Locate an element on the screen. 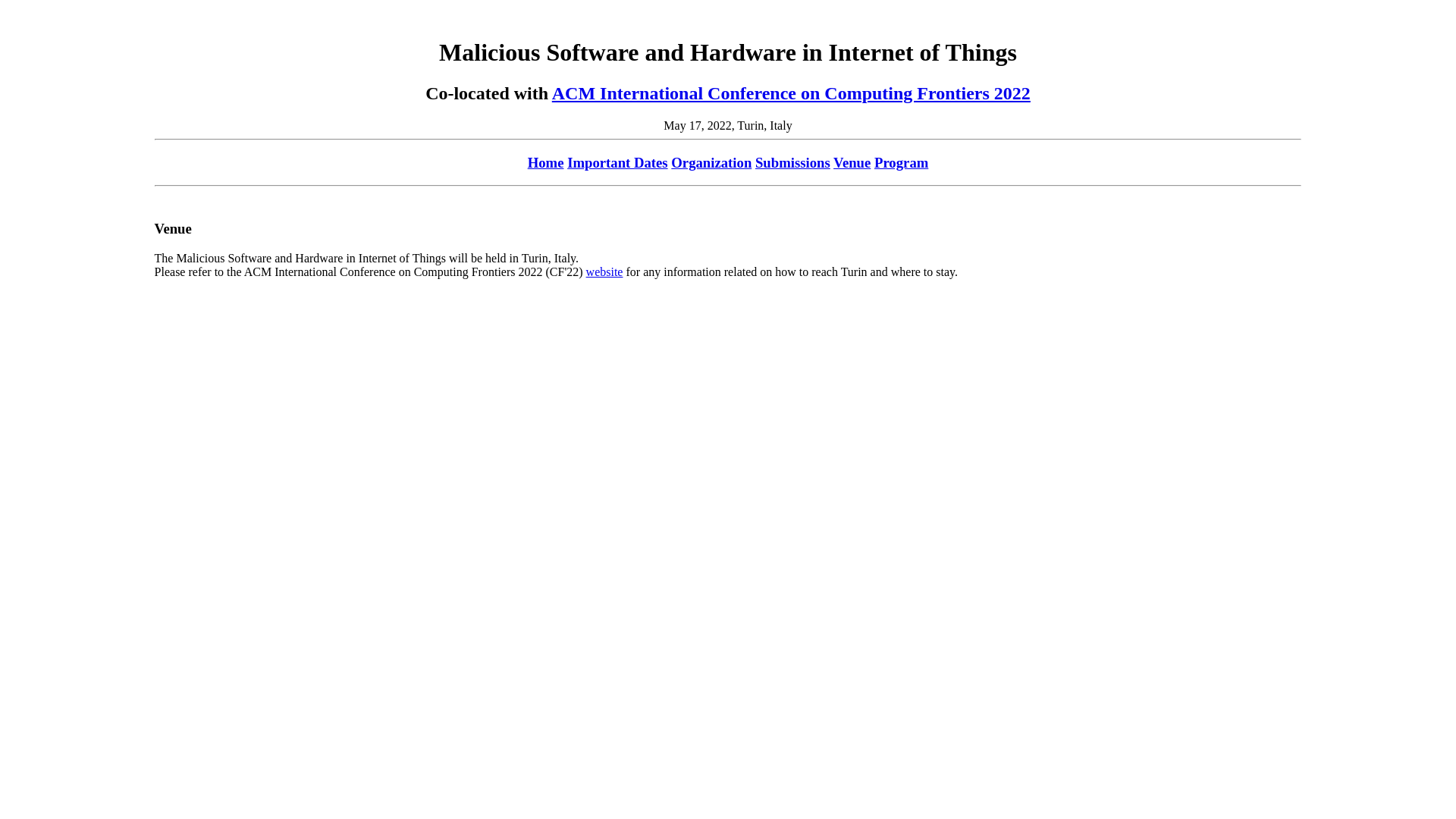 The width and height of the screenshot is (1456, 819). 'Home' is located at coordinates (546, 162).